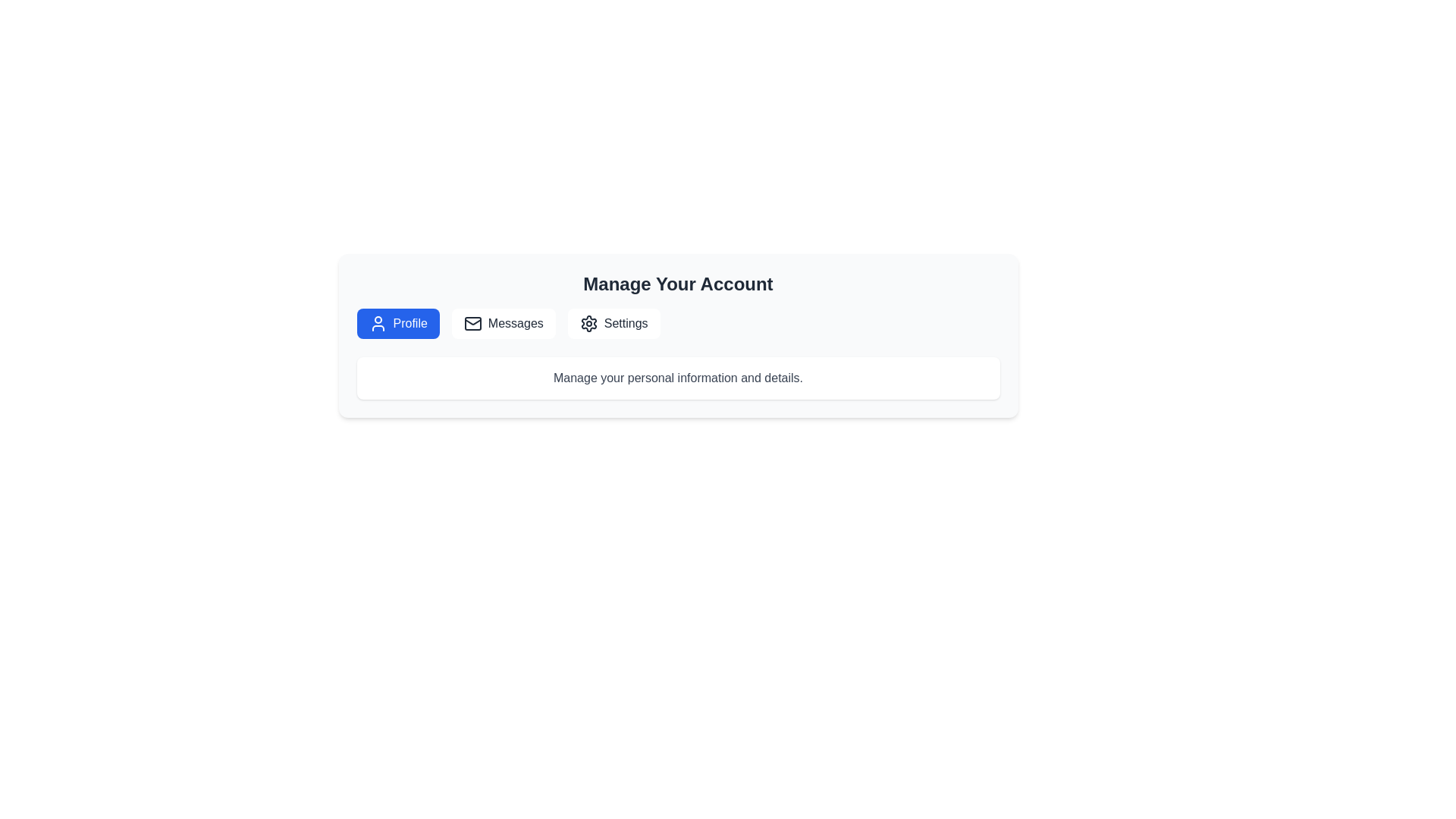  What do you see at coordinates (588, 323) in the screenshot?
I see `the gear-shaped icon on the left side of the 'Settings' button` at bounding box center [588, 323].